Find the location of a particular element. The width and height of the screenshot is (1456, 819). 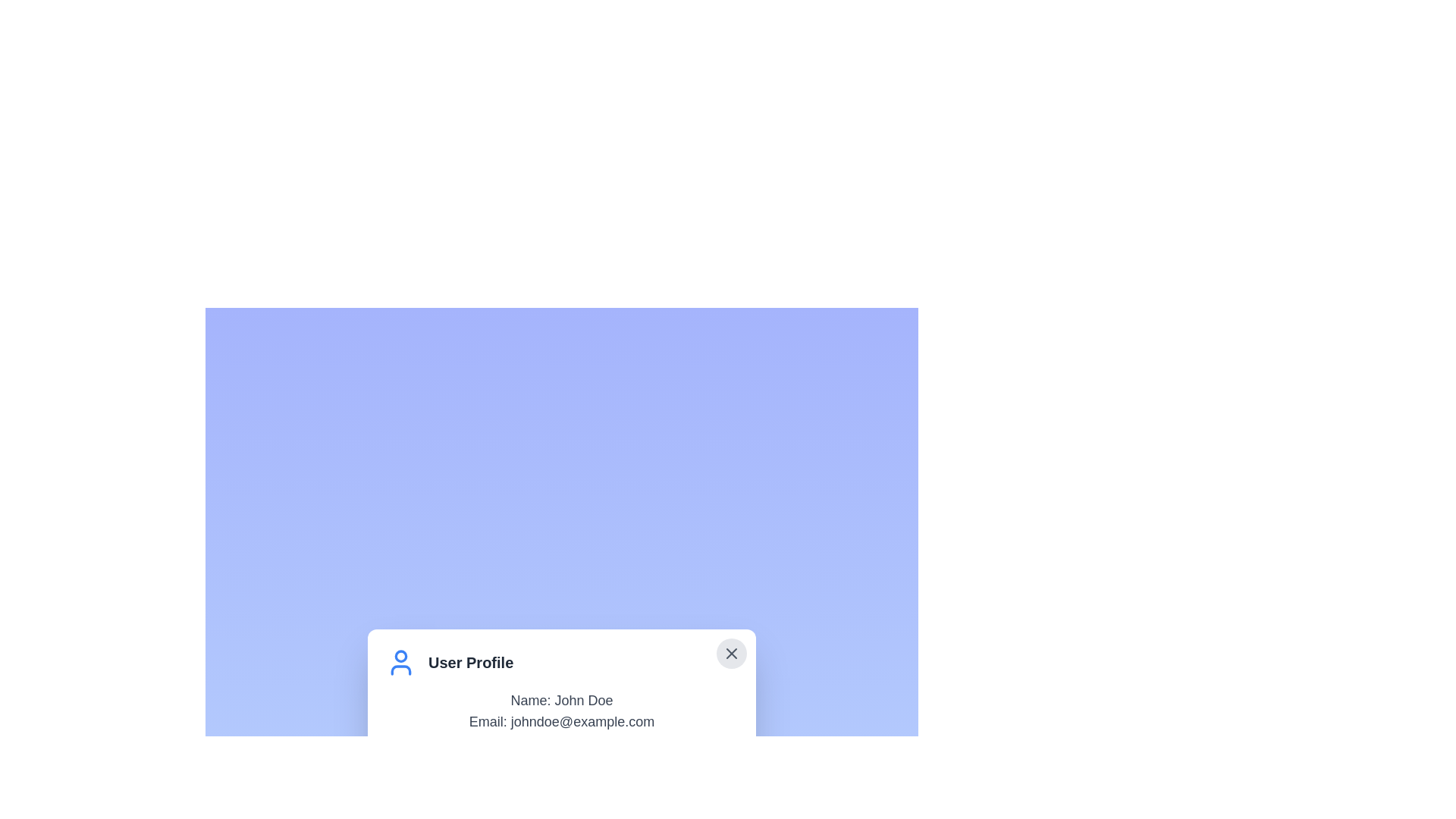

the text element displaying 'Email: johndoe@example.com' in the user profile section of the pop-up window is located at coordinates (560, 721).